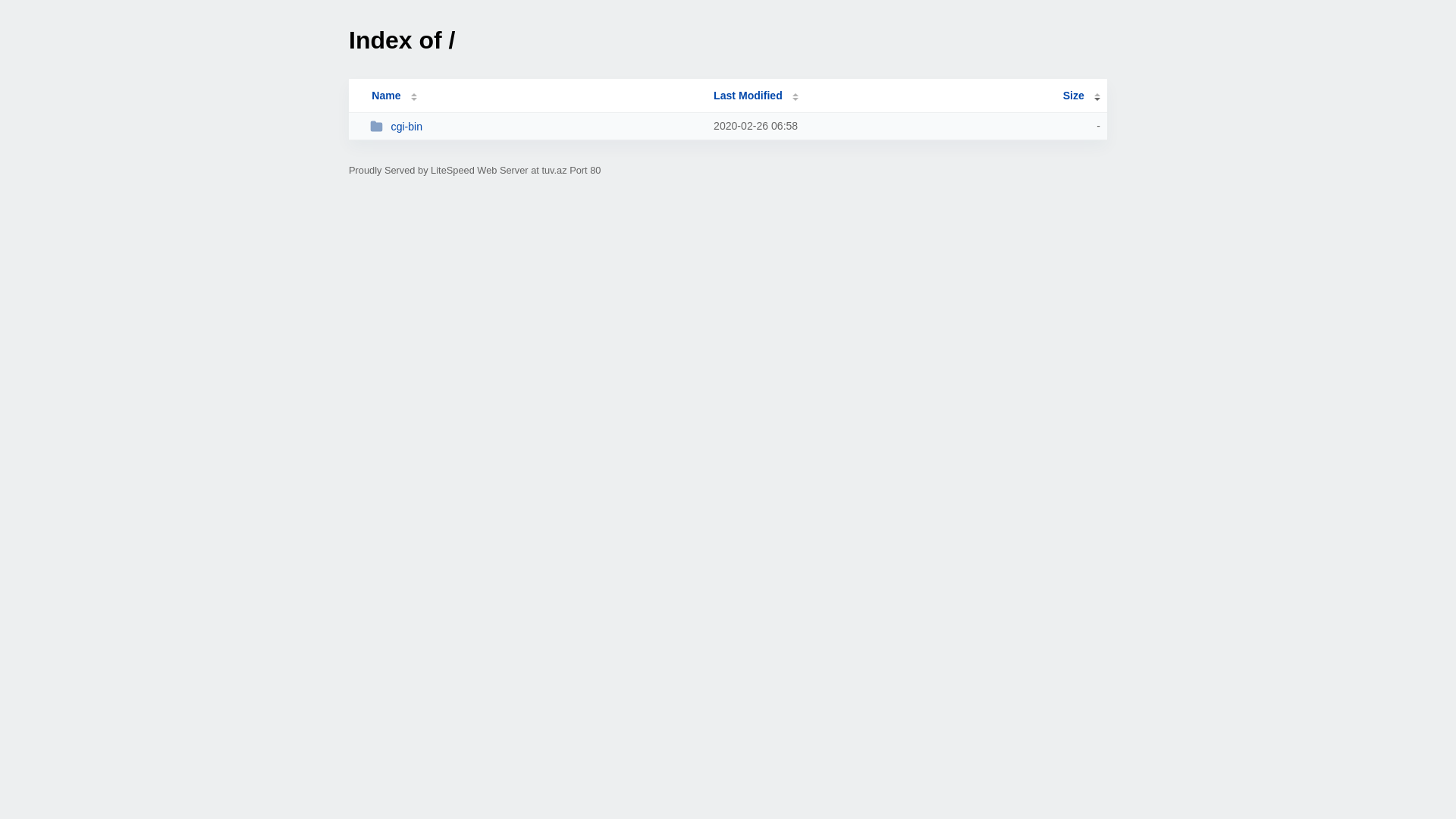 The image size is (1456, 819). What do you see at coordinates (385, 96) in the screenshot?
I see `'Name'` at bounding box center [385, 96].